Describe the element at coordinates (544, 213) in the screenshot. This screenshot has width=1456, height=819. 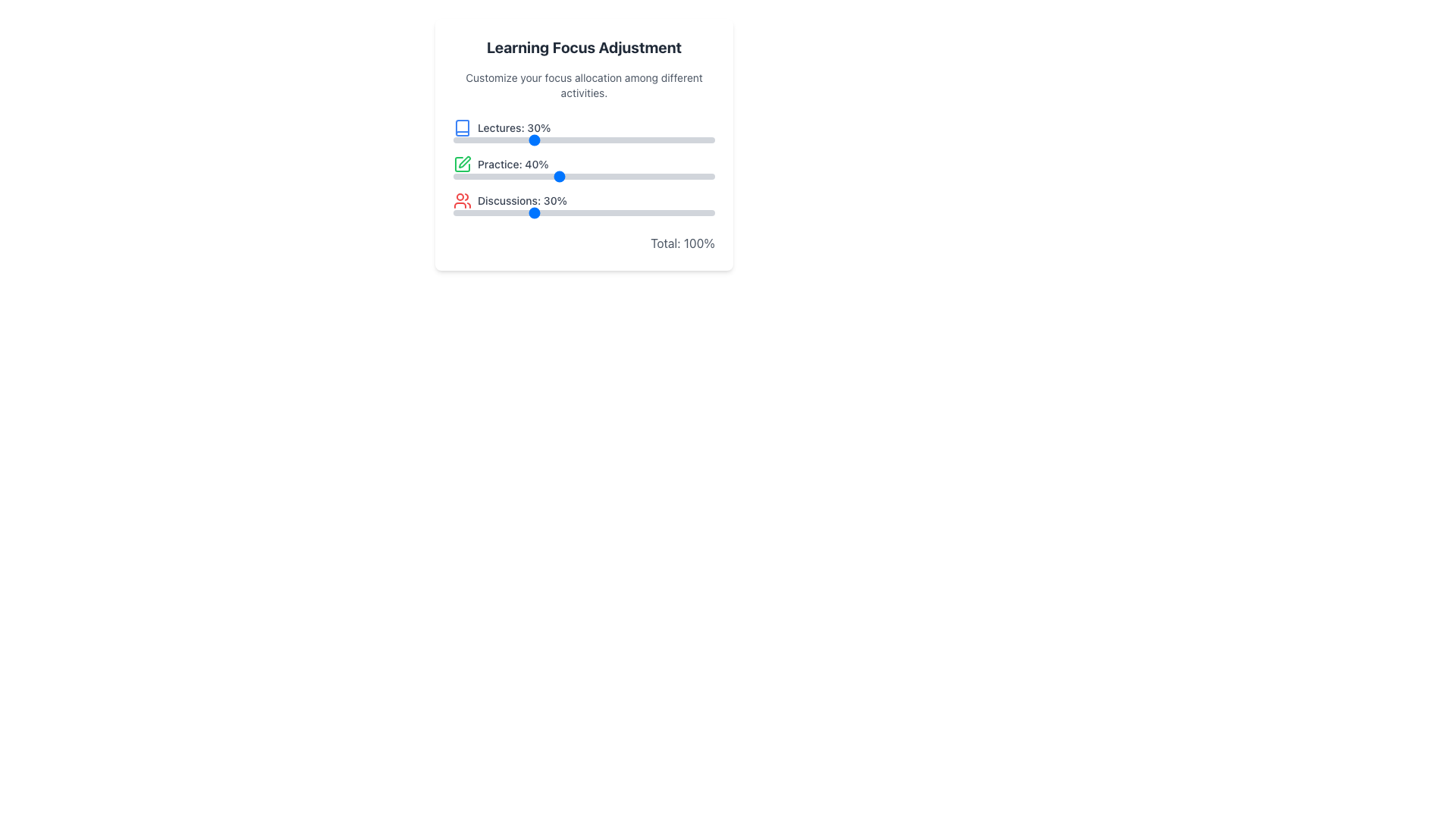
I see `the slider` at that location.